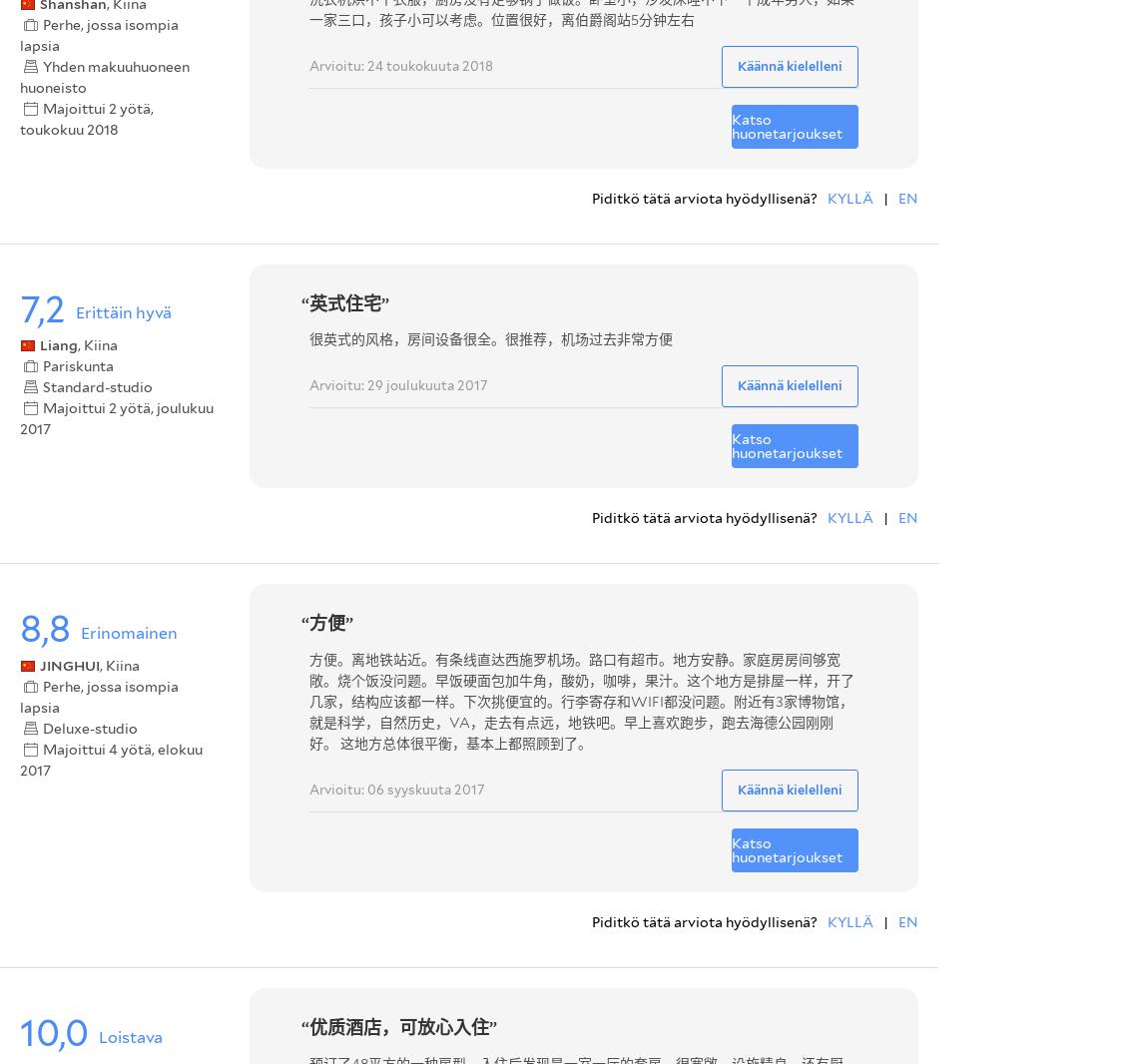 Image resolution: width=1130 pixels, height=1064 pixels. I want to click on 'Majoittui 2 yötä, toukokuu 2018', so click(19, 118).